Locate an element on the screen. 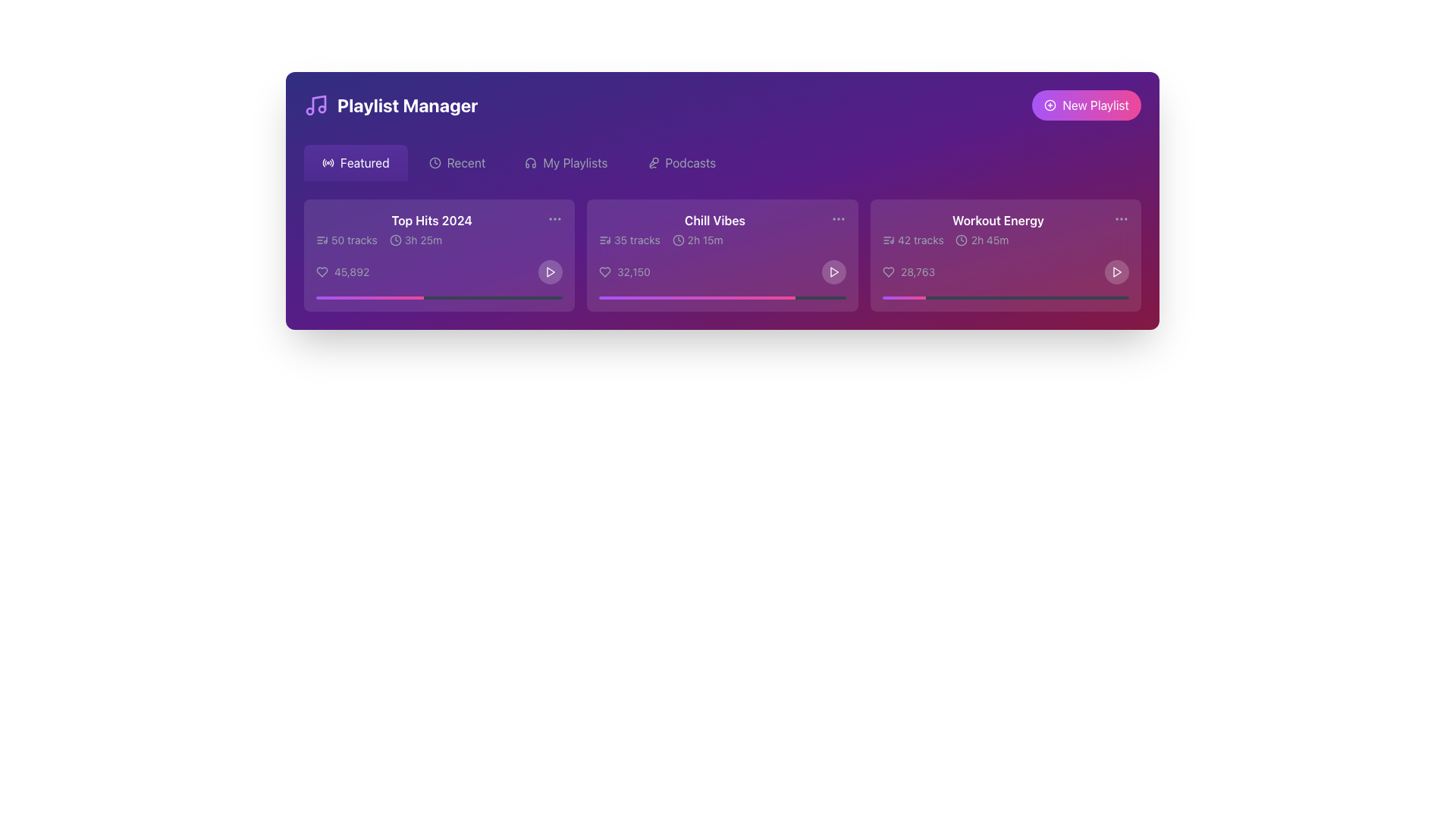 This screenshot has height=819, width=1456. the circular button with a white play icon inside, located within the 'Top Hits 2024' playlist card on the right side is located at coordinates (550, 271).